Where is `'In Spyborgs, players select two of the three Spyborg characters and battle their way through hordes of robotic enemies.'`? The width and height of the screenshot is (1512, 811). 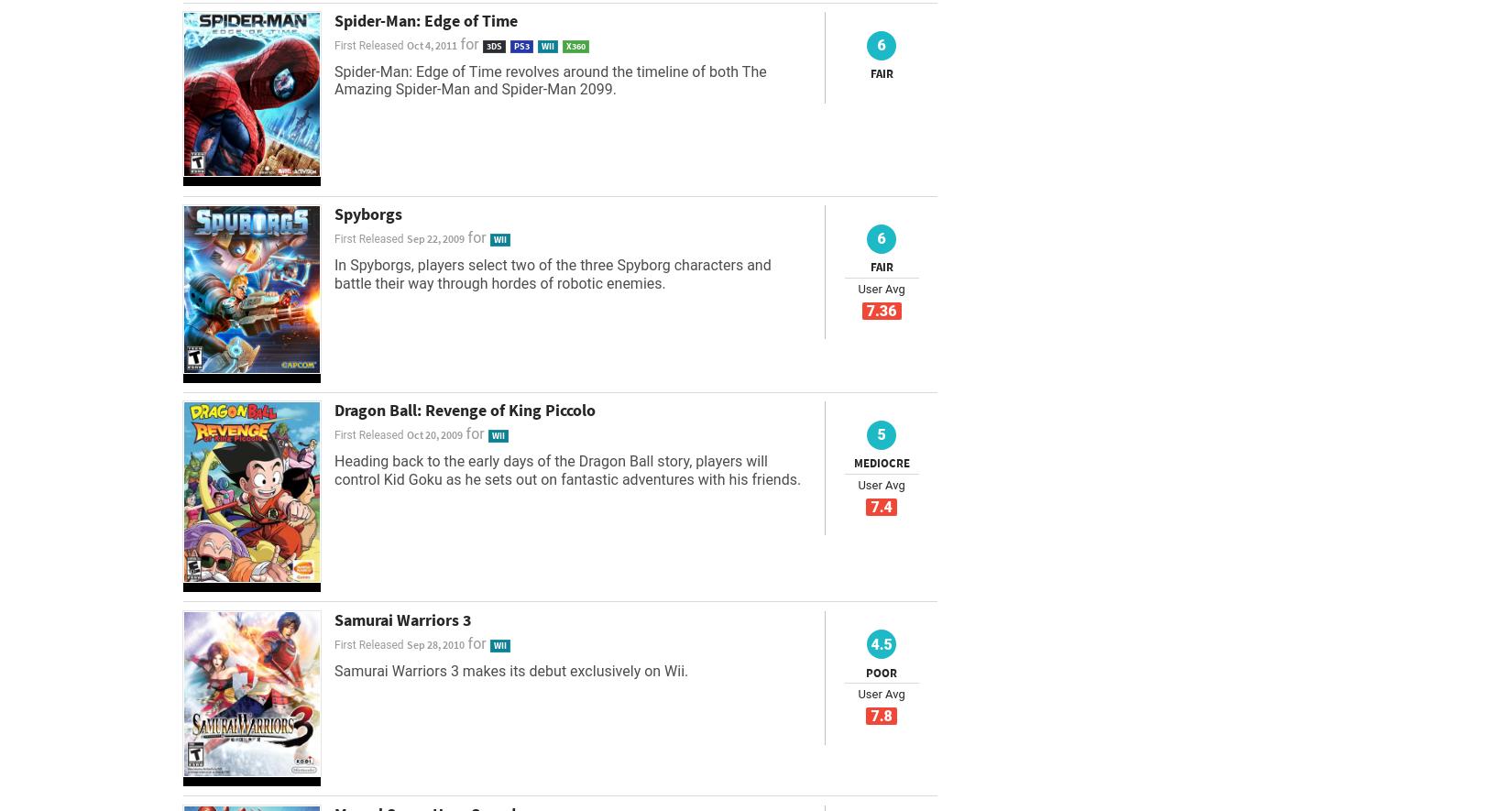 'In Spyborgs, players select two of the three Spyborg characters and battle their way through hordes of robotic enemies.' is located at coordinates (552, 273).